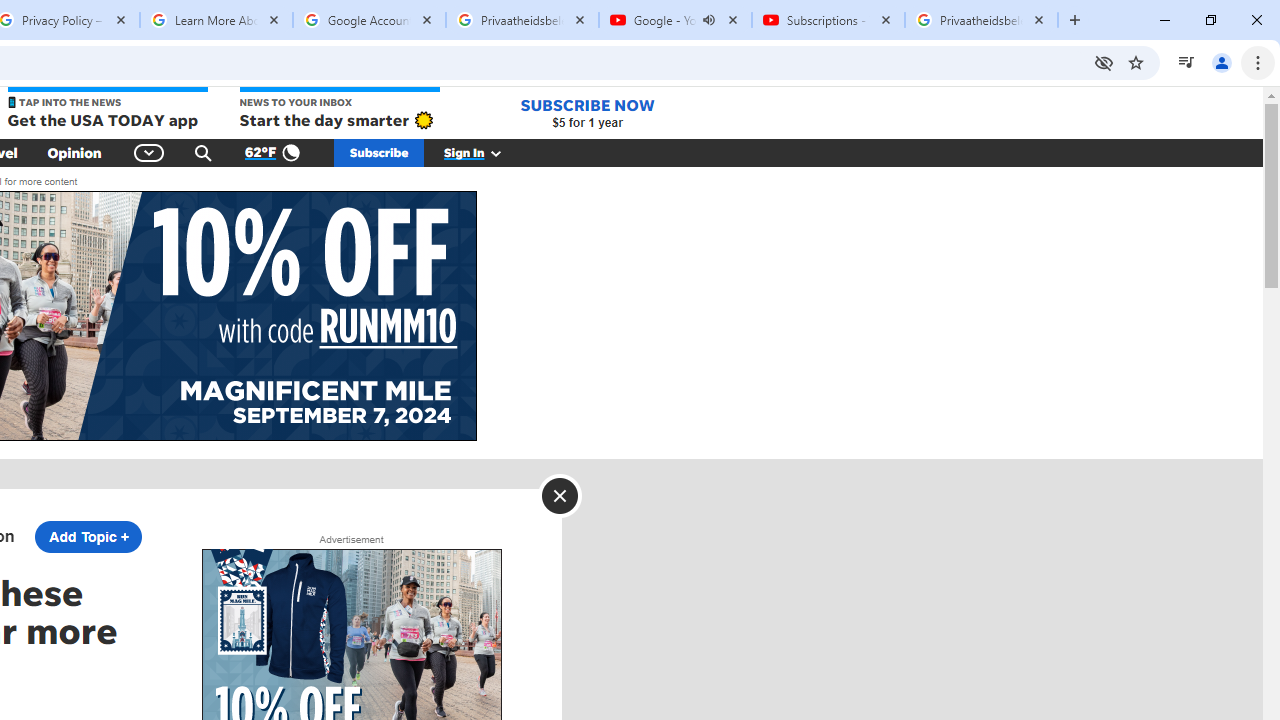 Image resolution: width=1280 pixels, height=720 pixels. Describe the element at coordinates (1220, 61) in the screenshot. I see `'You'` at that location.